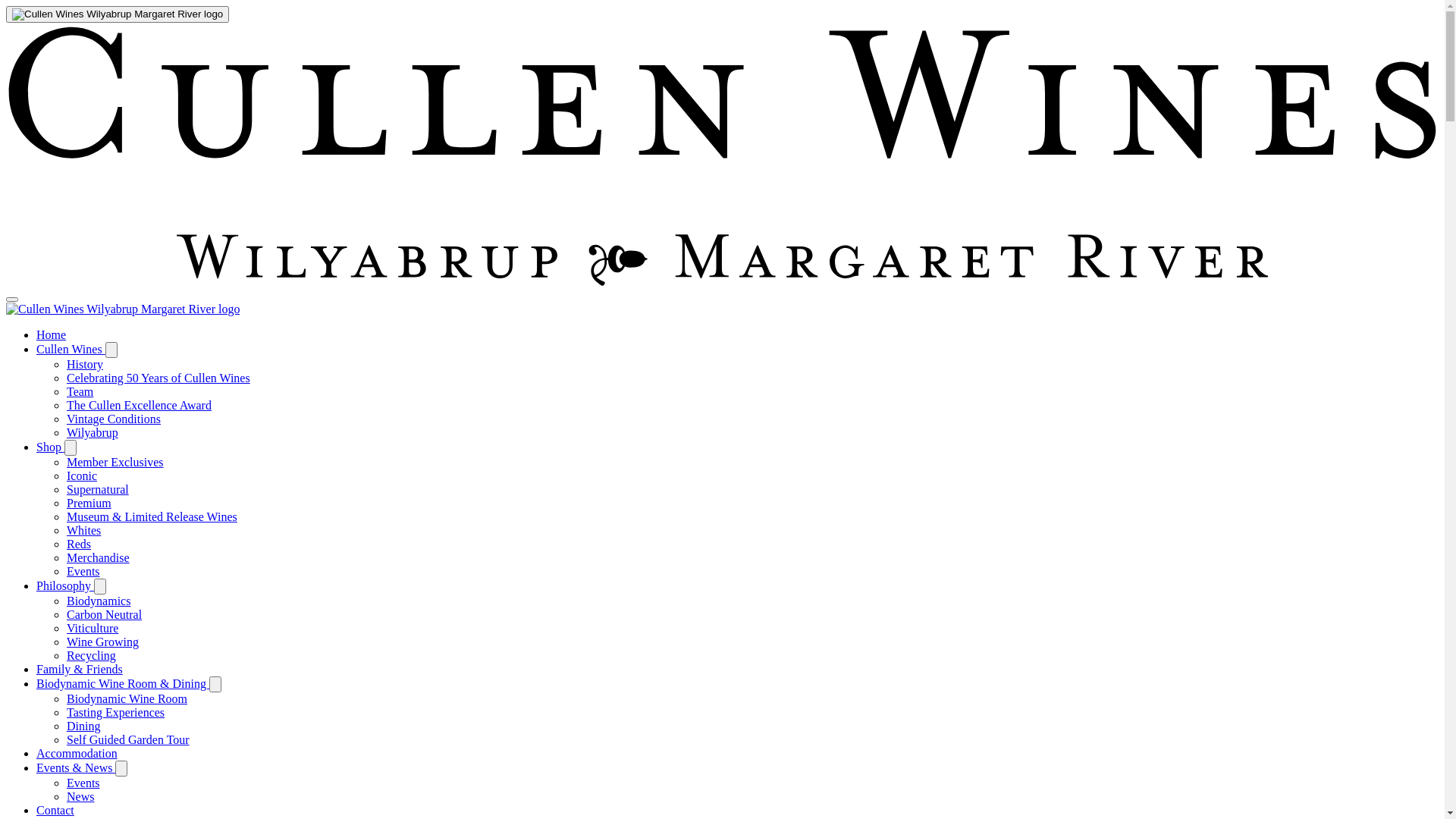  What do you see at coordinates (103, 614) in the screenshot?
I see `'Carbon Neutral'` at bounding box center [103, 614].